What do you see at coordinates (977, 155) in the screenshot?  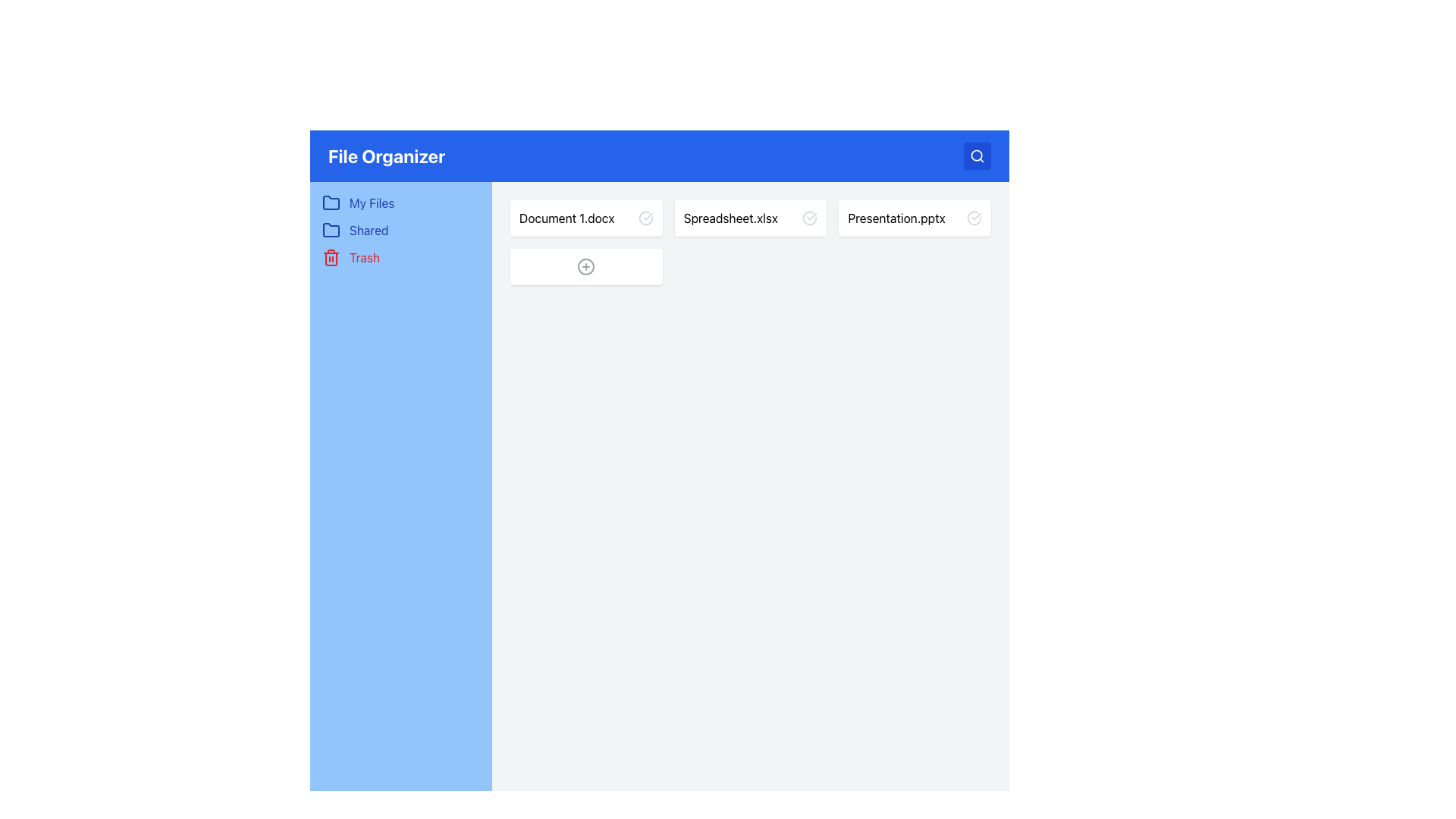 I see `the circular magnifying glass icon located inside the blue rectangular button at the top right corner of the header bar` at bounding box center [977, 155].